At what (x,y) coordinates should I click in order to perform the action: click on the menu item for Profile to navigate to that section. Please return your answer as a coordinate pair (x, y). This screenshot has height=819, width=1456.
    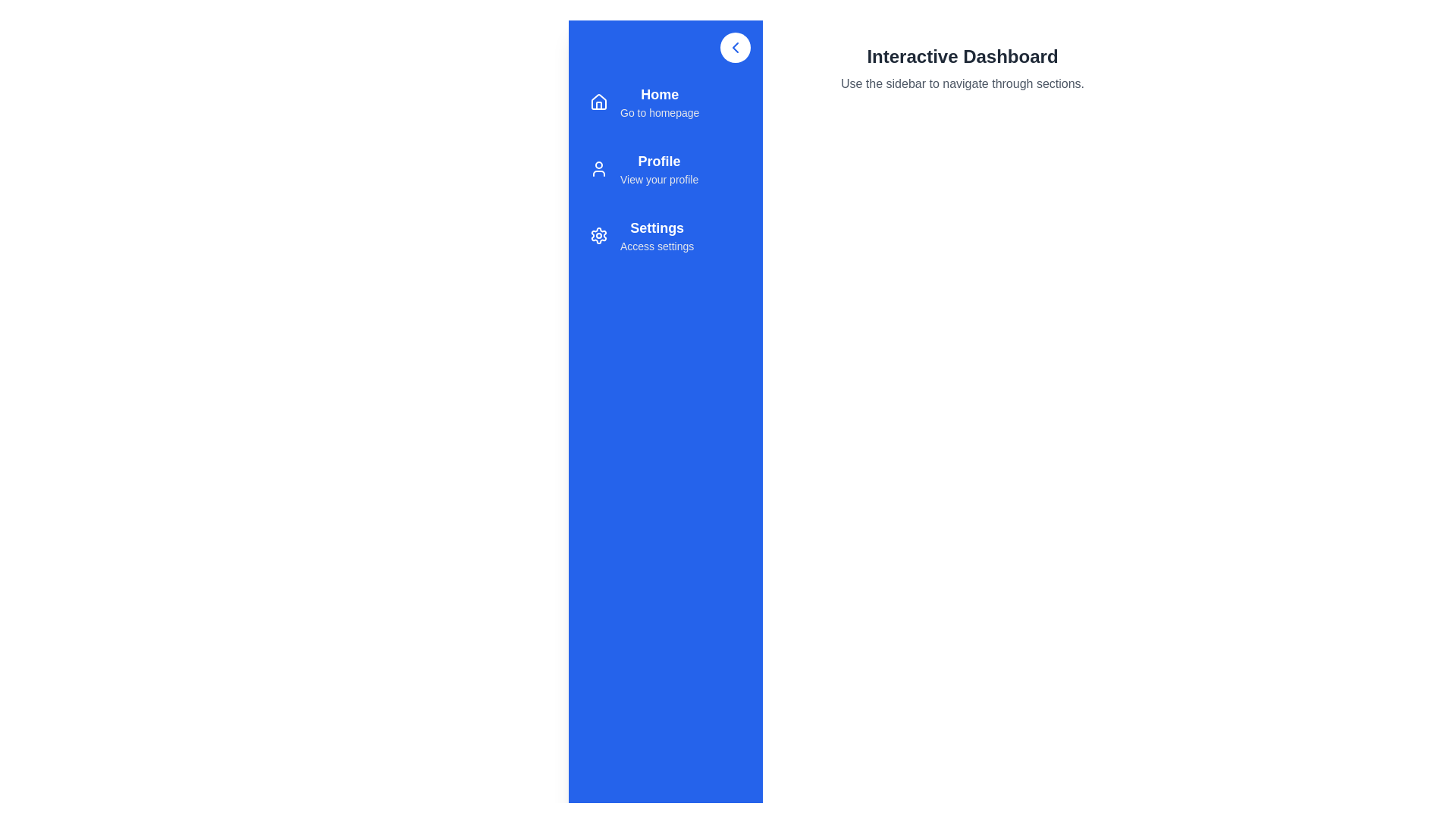
    Looking at the image, I should click on (666, 169).